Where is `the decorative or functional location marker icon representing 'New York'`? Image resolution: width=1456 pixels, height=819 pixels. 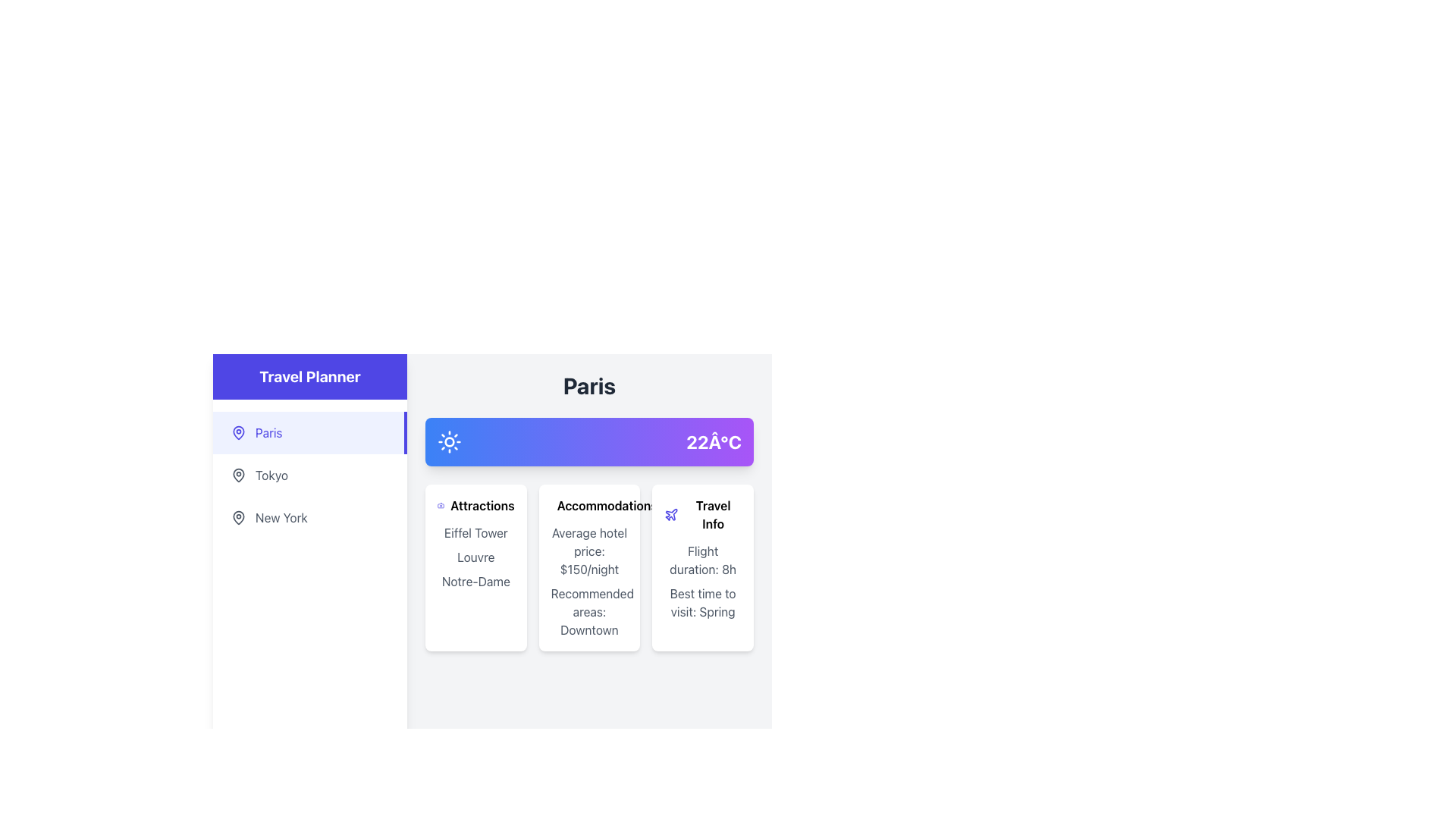 the decorative or functional location marker icon representing 'New York' is located at coordinates (238, 516).